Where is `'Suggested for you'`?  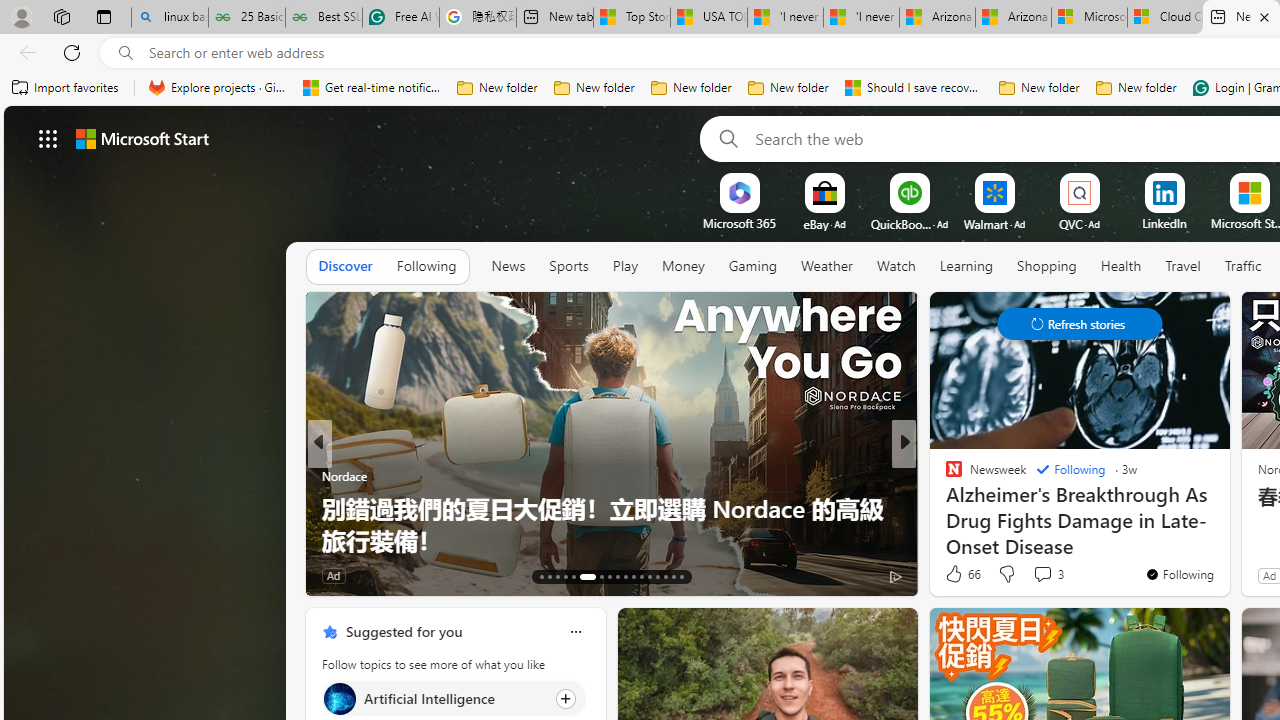 'Suggested for you' is located at coordinates (403, 631).